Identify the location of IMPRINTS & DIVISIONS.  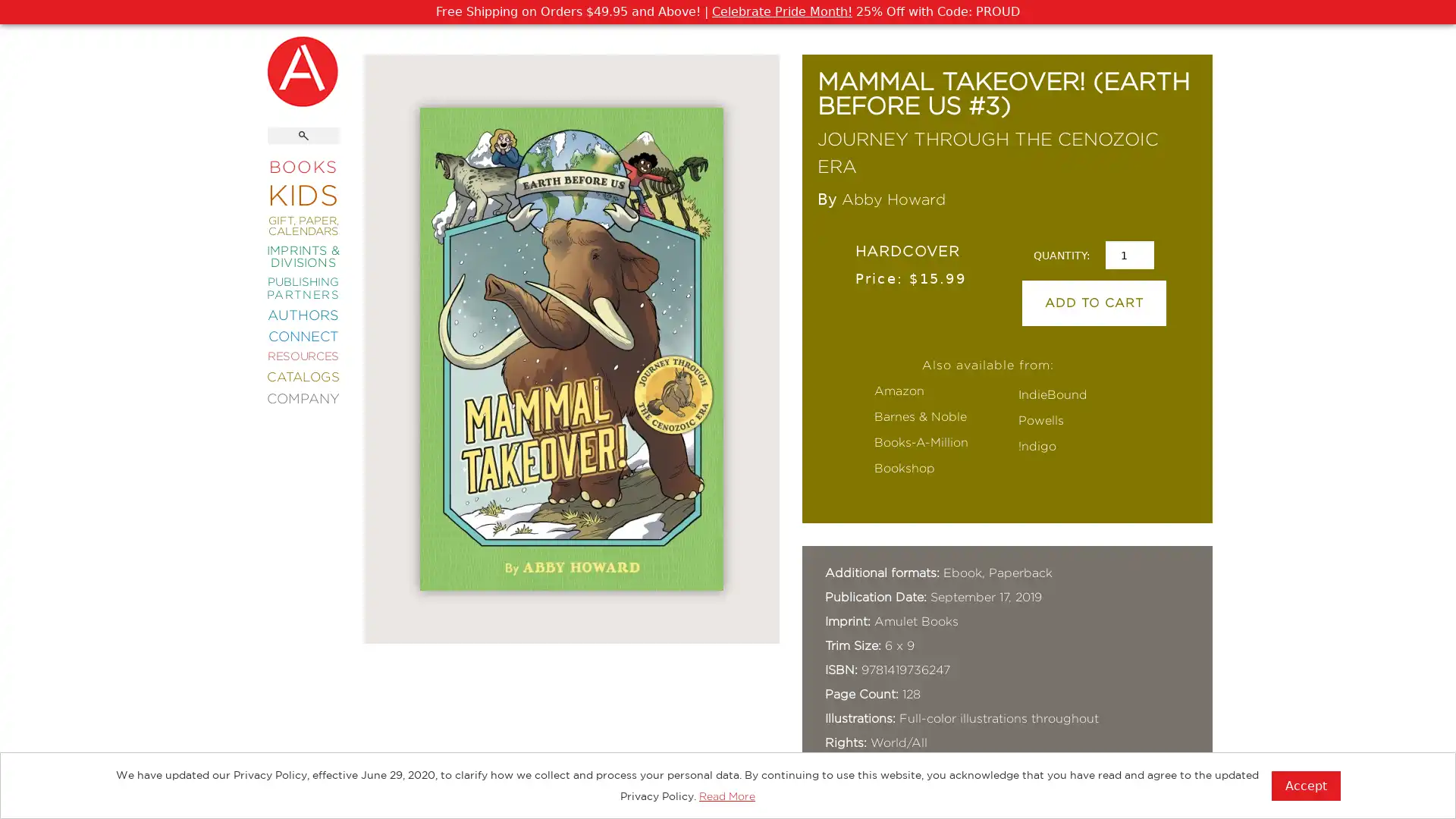
(303, 255).